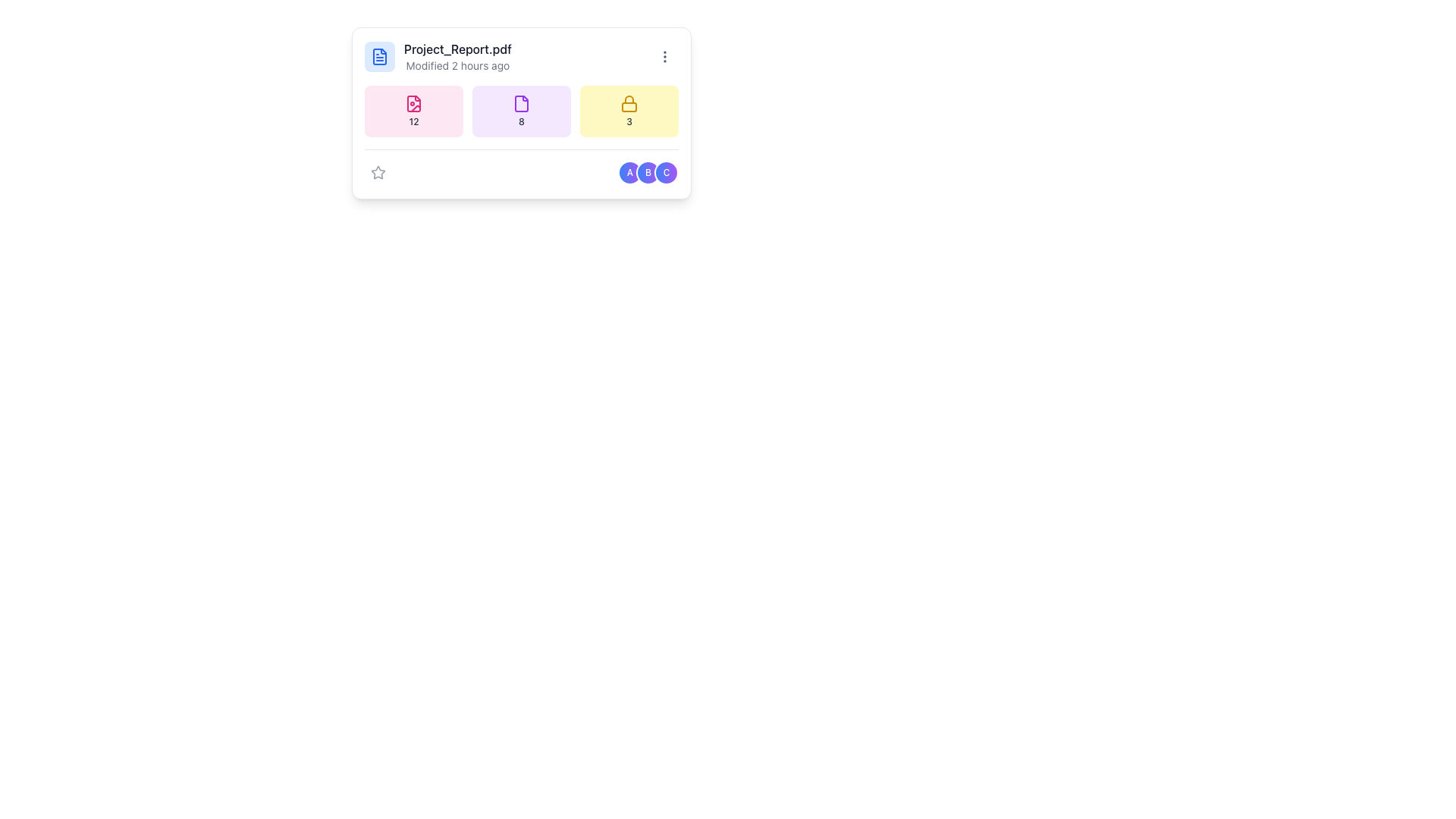 The width and height of the screenshot is (1456, 819). What do you see at coordinates (379, 55) in the screenshot?
I see `the document icon representing 'Project_Report.pdf', located in the top-left corner of the card, before the file name and modification timestamp` at bounding box center [379, 55].